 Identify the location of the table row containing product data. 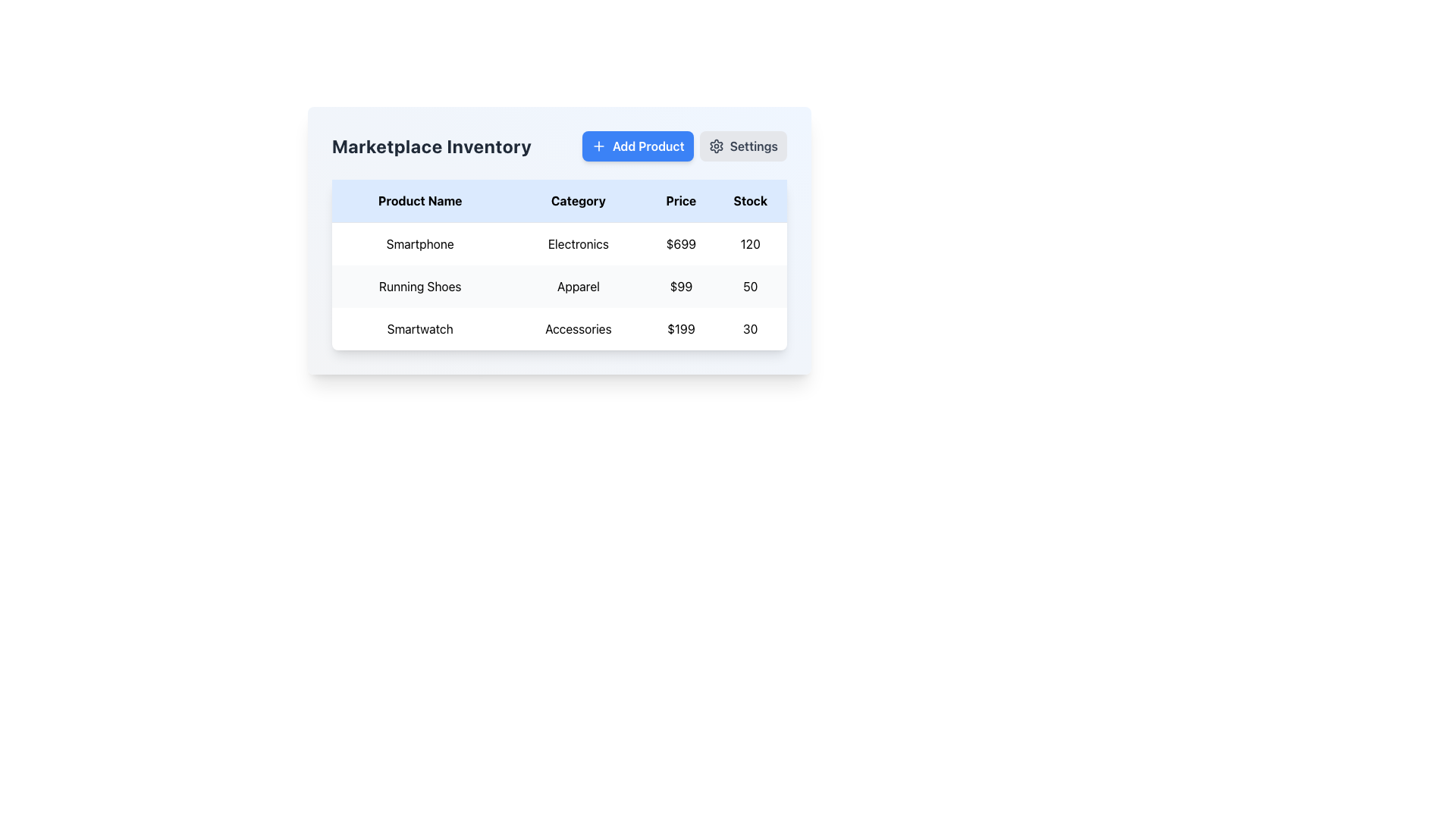
(559, 286).